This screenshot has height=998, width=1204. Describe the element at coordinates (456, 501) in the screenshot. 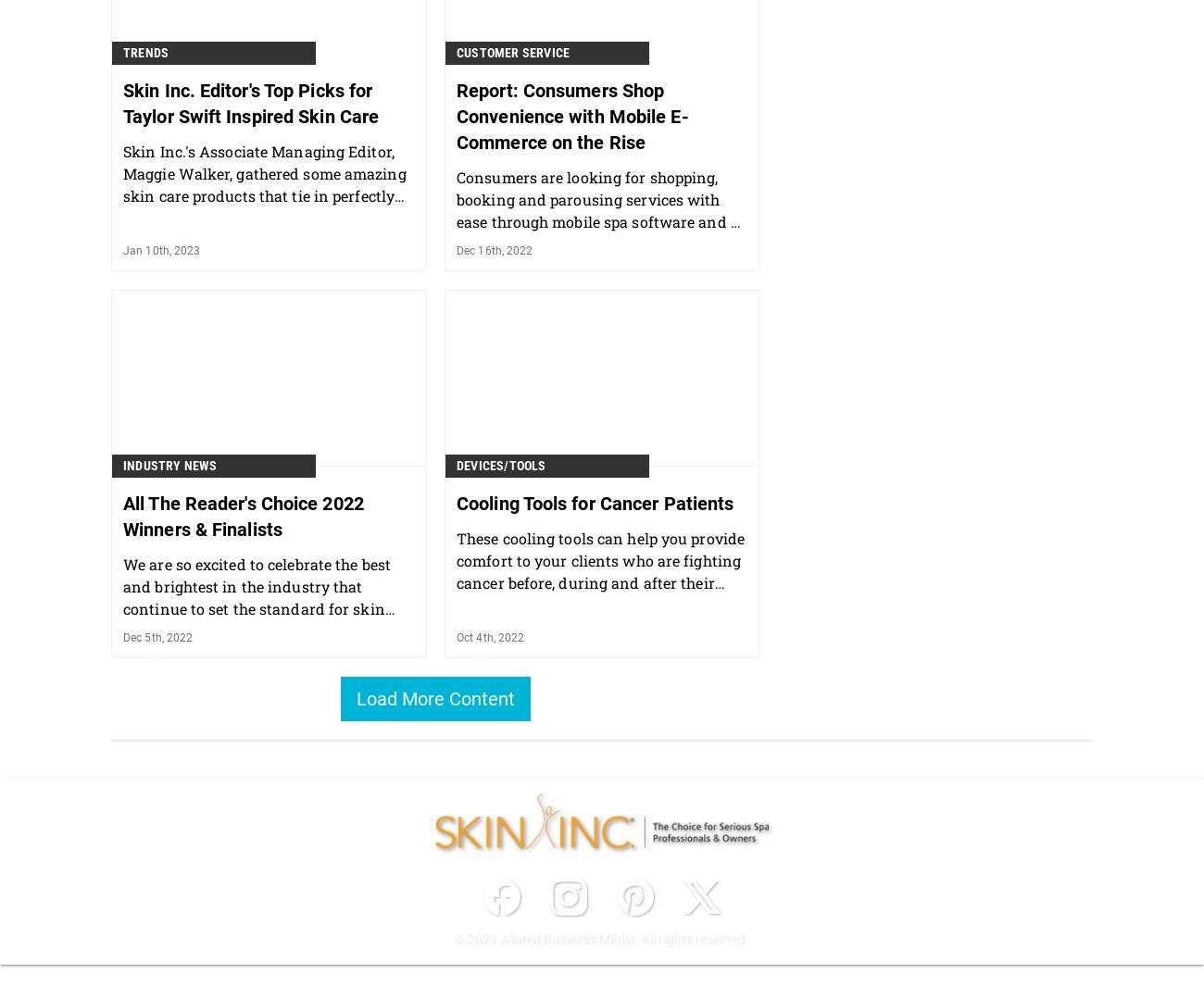

I see `'Cooling Tools for Cancer Patients'` at that location.